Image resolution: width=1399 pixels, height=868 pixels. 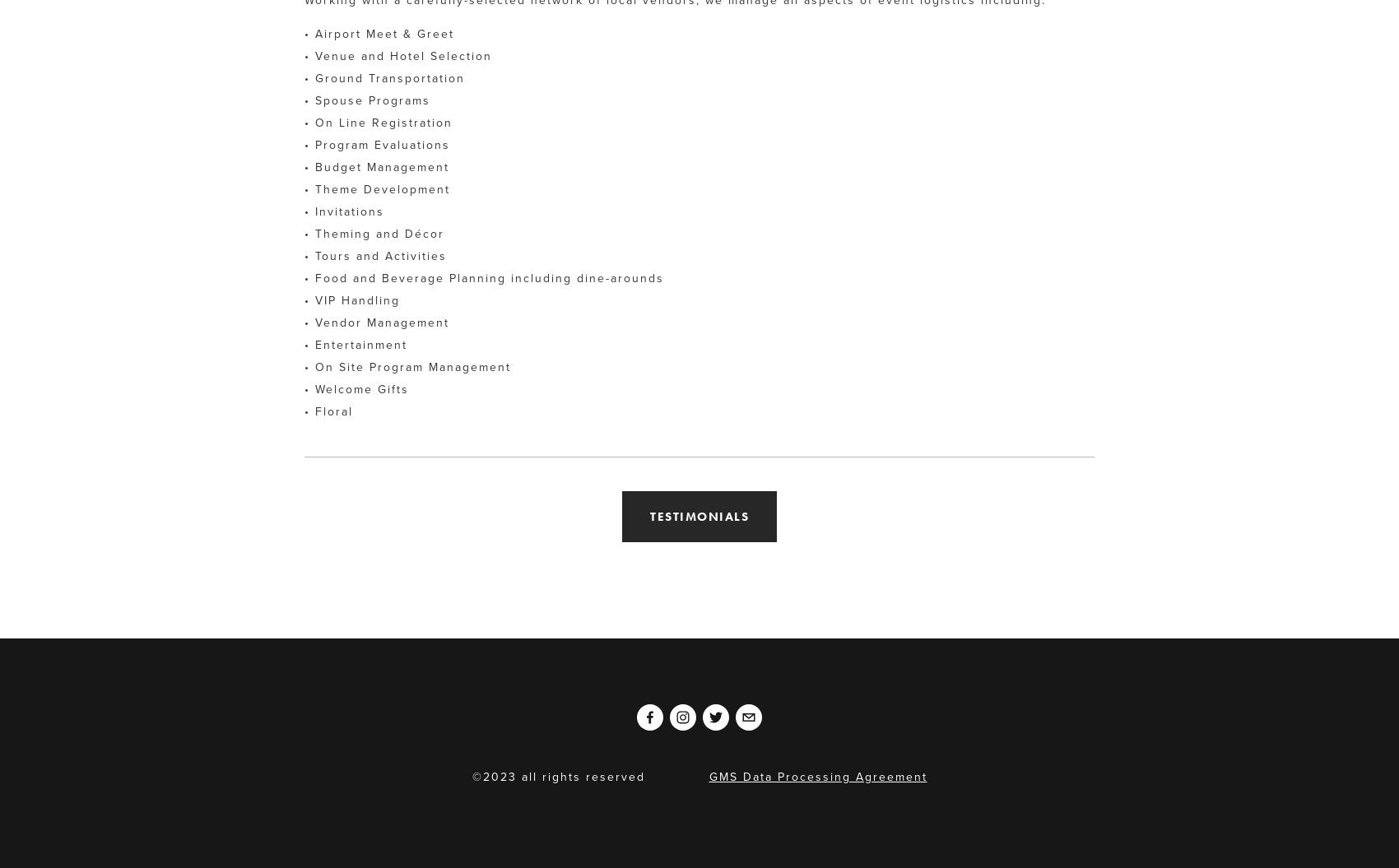 What do you see at coordinates (377, 144) in the screenshot?
I see `'• Program Evaluations'` at bounding box center [377, 144].